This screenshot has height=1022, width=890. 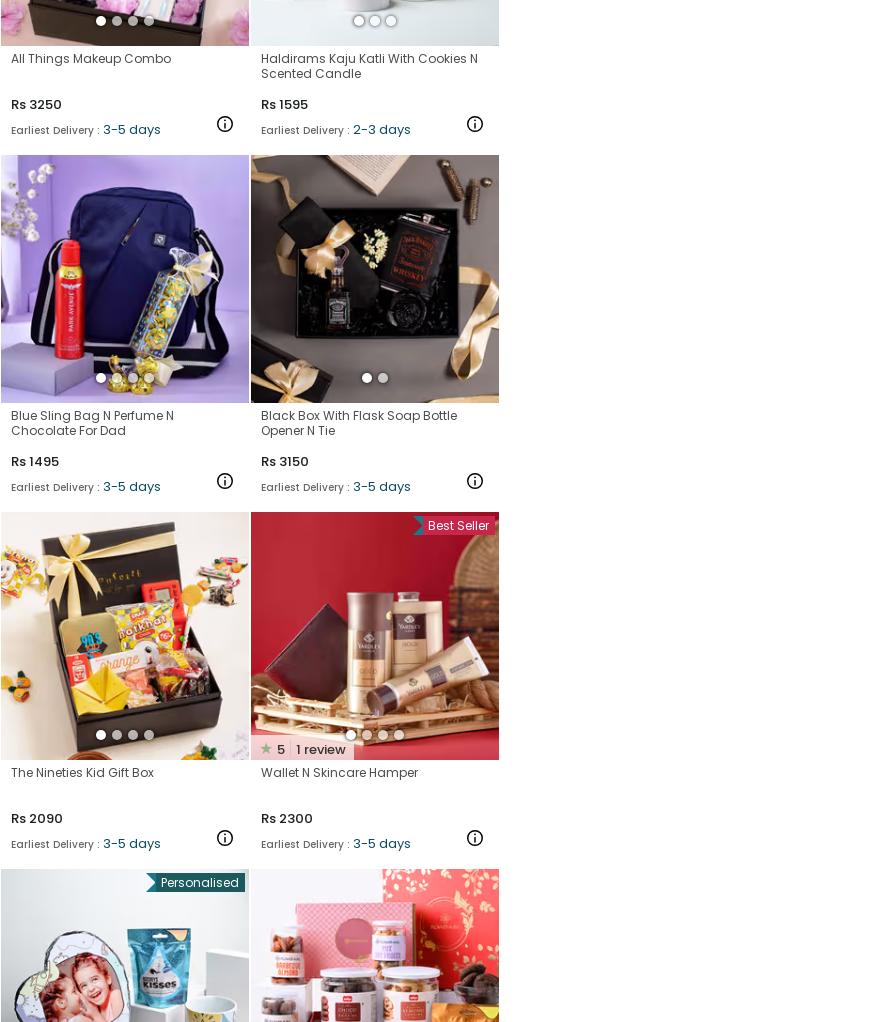 I want to click on 'Wallet N Skincare Hamper', so click(x=339, y=771).